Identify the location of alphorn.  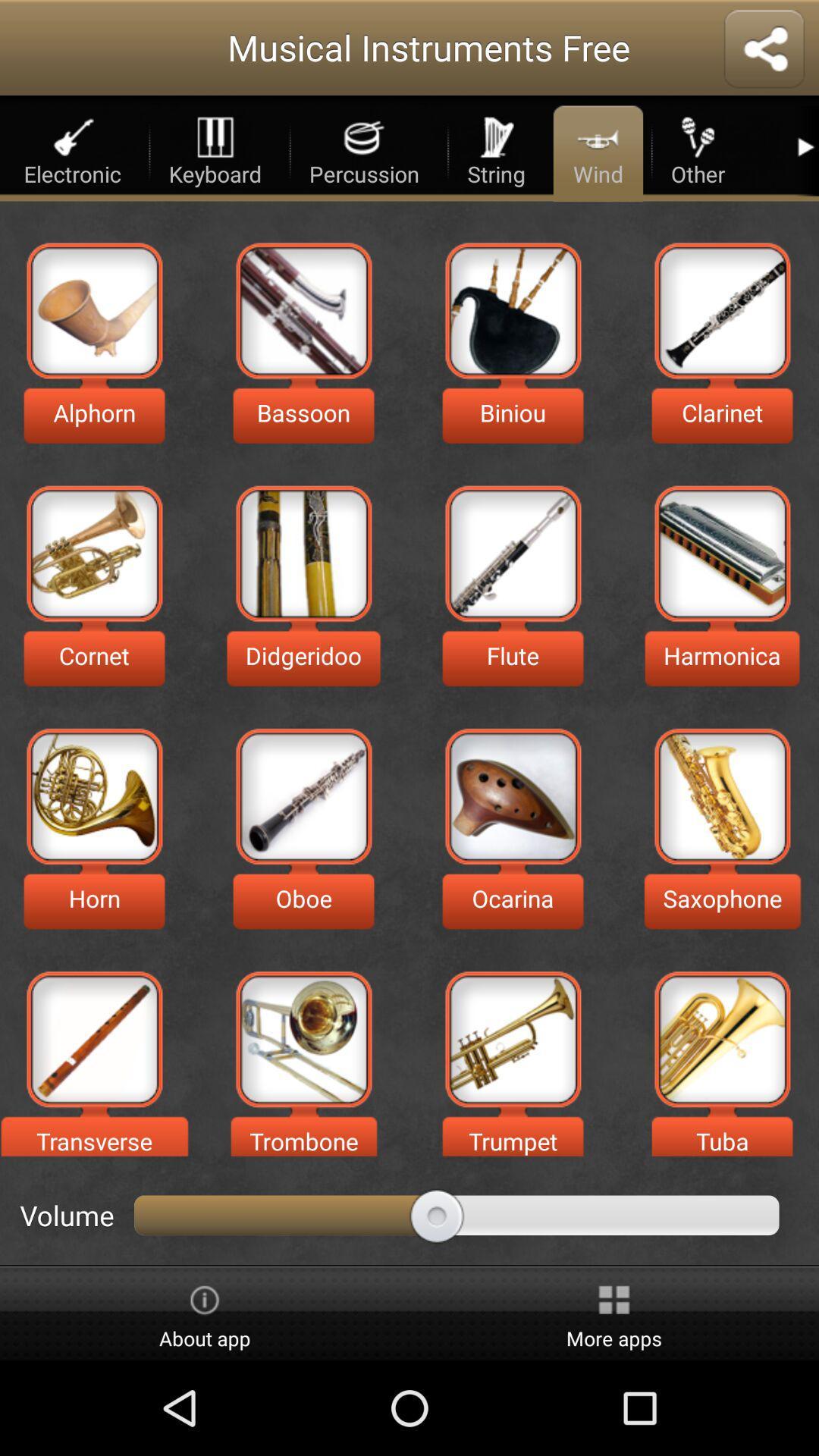
(94, 309).